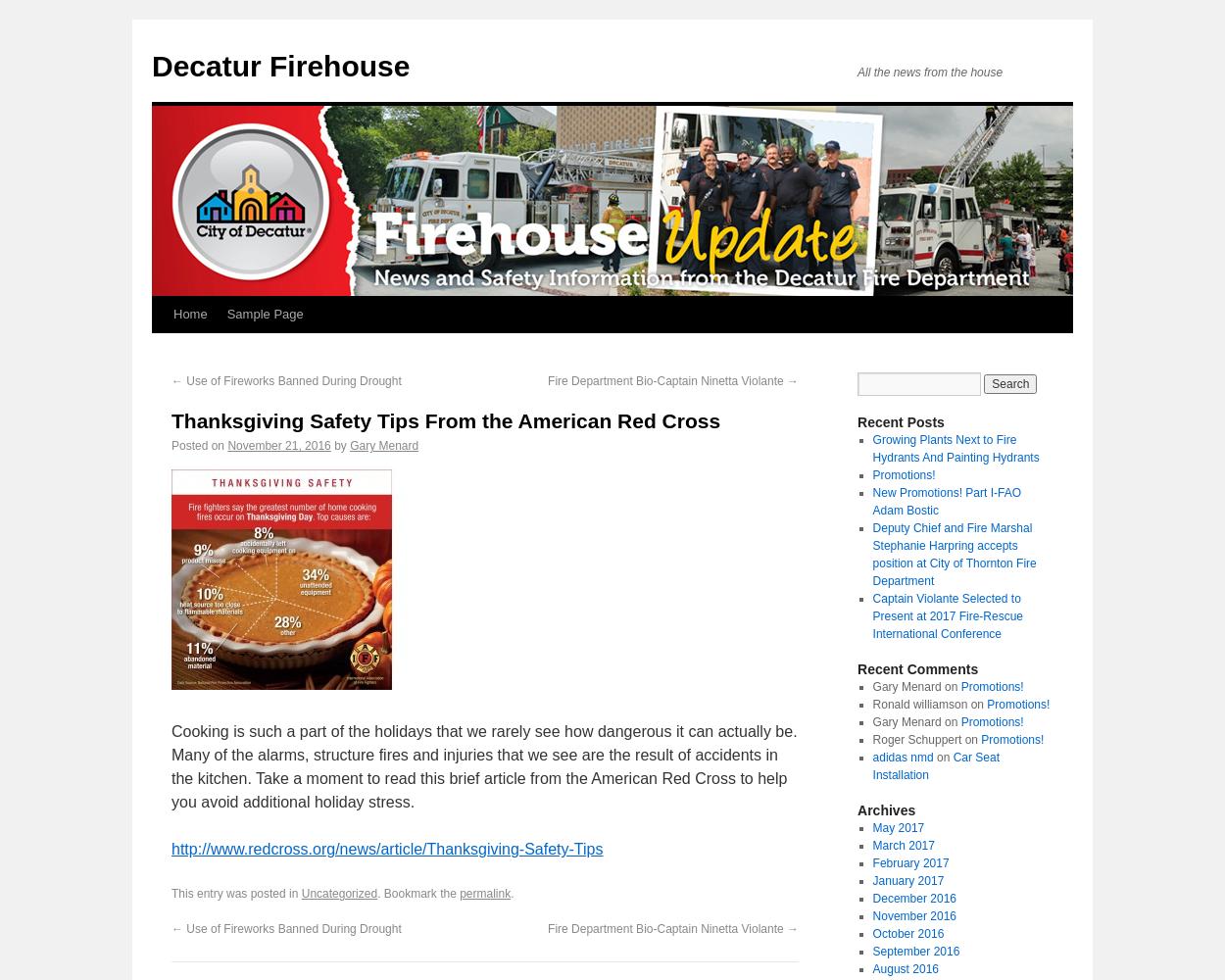 This screenshot has height=980, width=1225. I want to click on 'November 2016', so click(913, 916).